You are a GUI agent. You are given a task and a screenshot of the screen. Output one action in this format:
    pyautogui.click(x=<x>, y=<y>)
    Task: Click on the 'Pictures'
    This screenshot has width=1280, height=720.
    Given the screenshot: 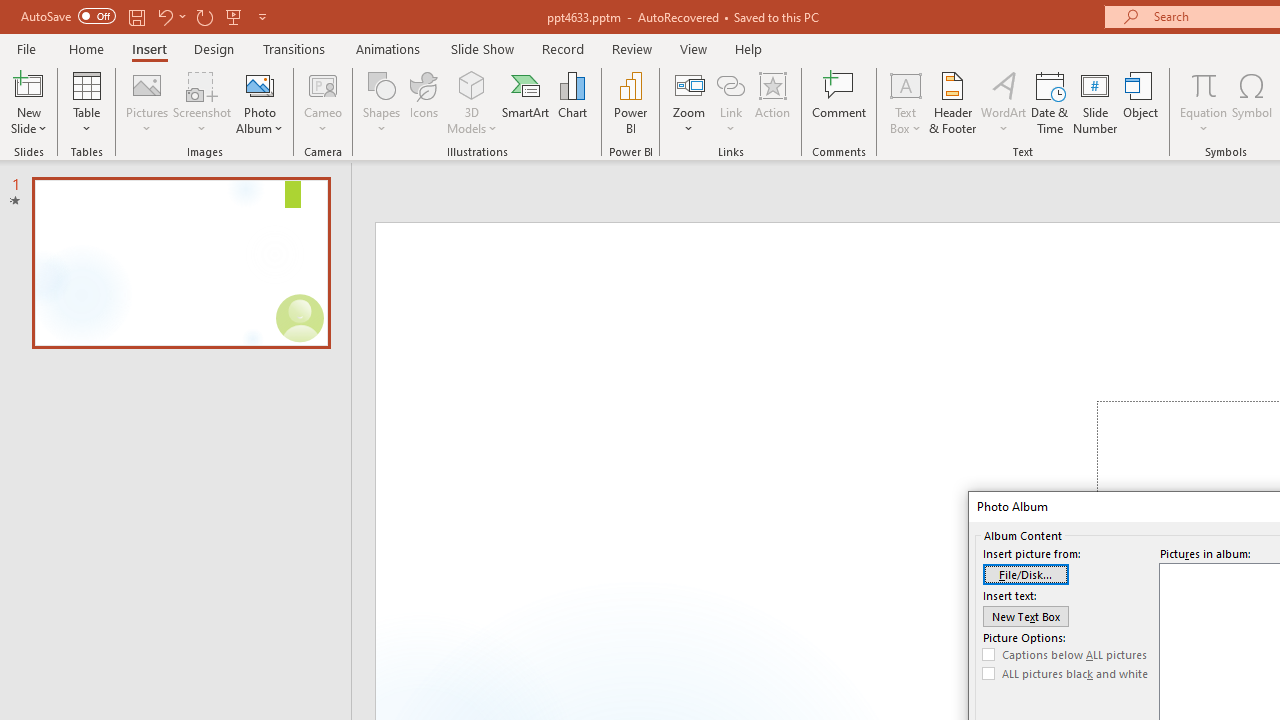 What is the action you would take?
    pyautogui.click(x=146, y=103)
    